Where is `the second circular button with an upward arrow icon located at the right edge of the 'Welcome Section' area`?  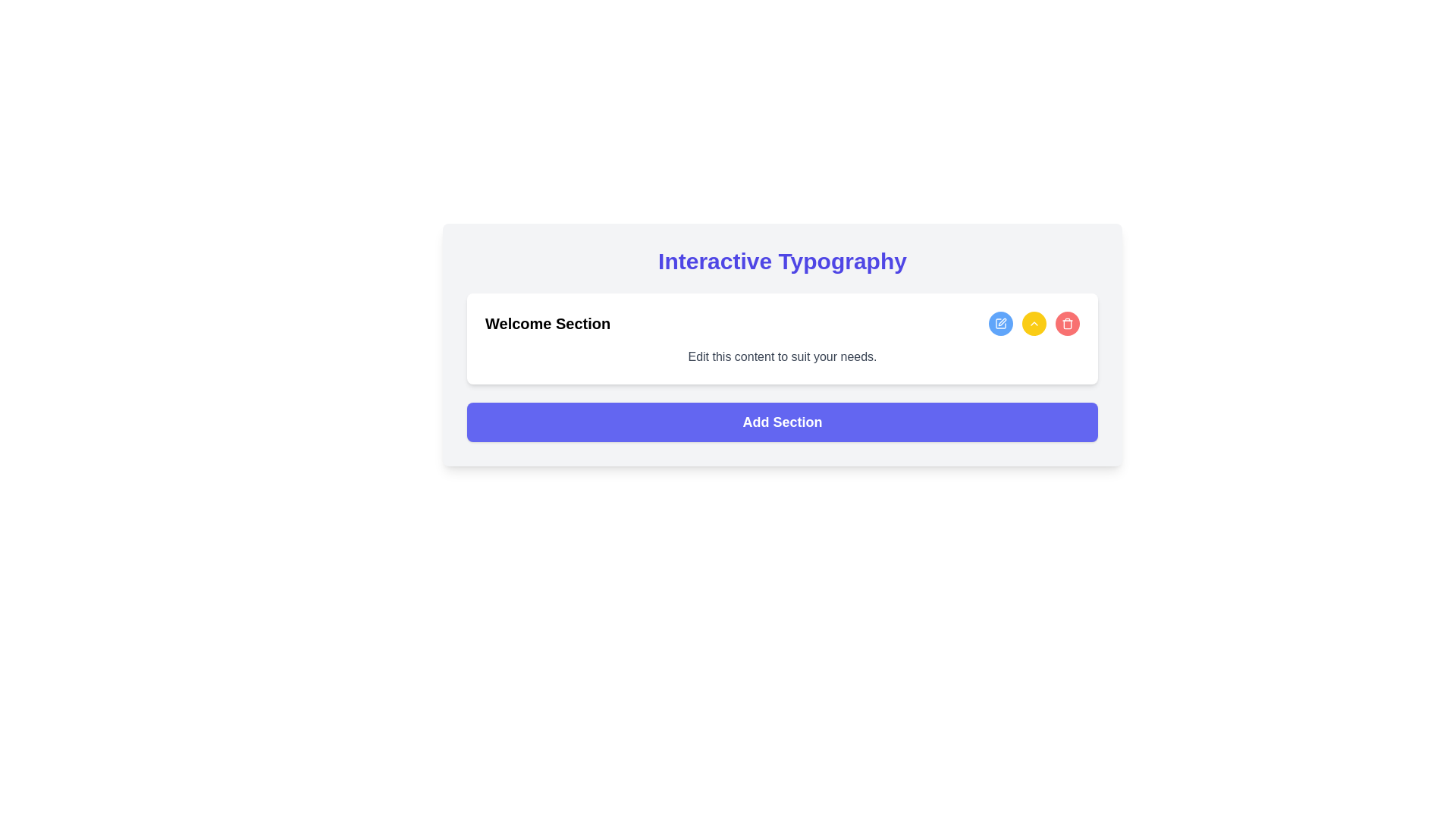
the second circular button with an upward arrow icon located at the right edge of the 'Welcome Section' area is located at coordinates (1033, 323).